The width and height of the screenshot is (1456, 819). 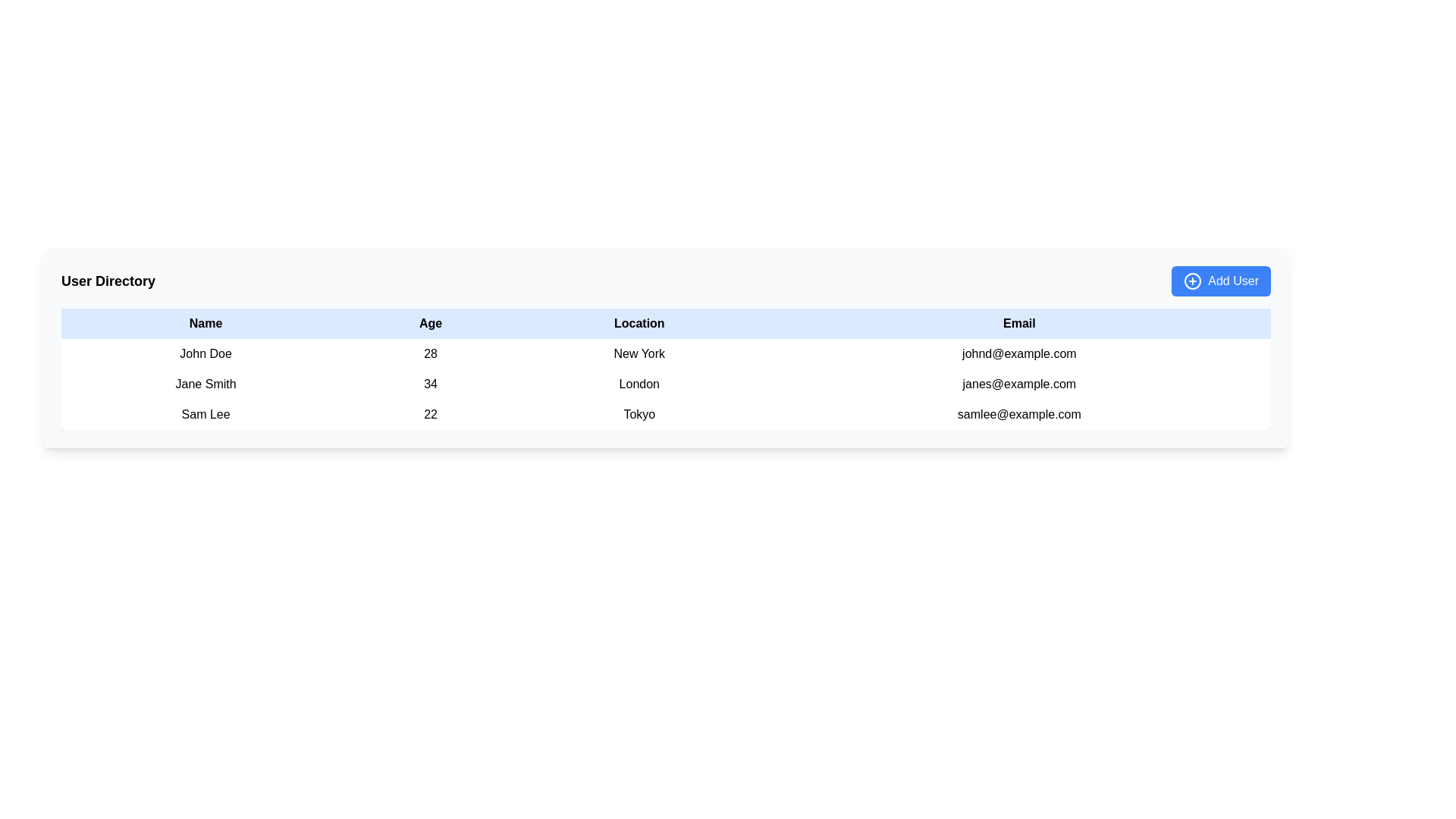 What do you see at coordinates (1019, 383) in the screenshot?
I see `the email contact text element for user Jane Smith, located in the fourth column of the second row of the table, under the header 'Email'` at bounding box center [1019, 383].